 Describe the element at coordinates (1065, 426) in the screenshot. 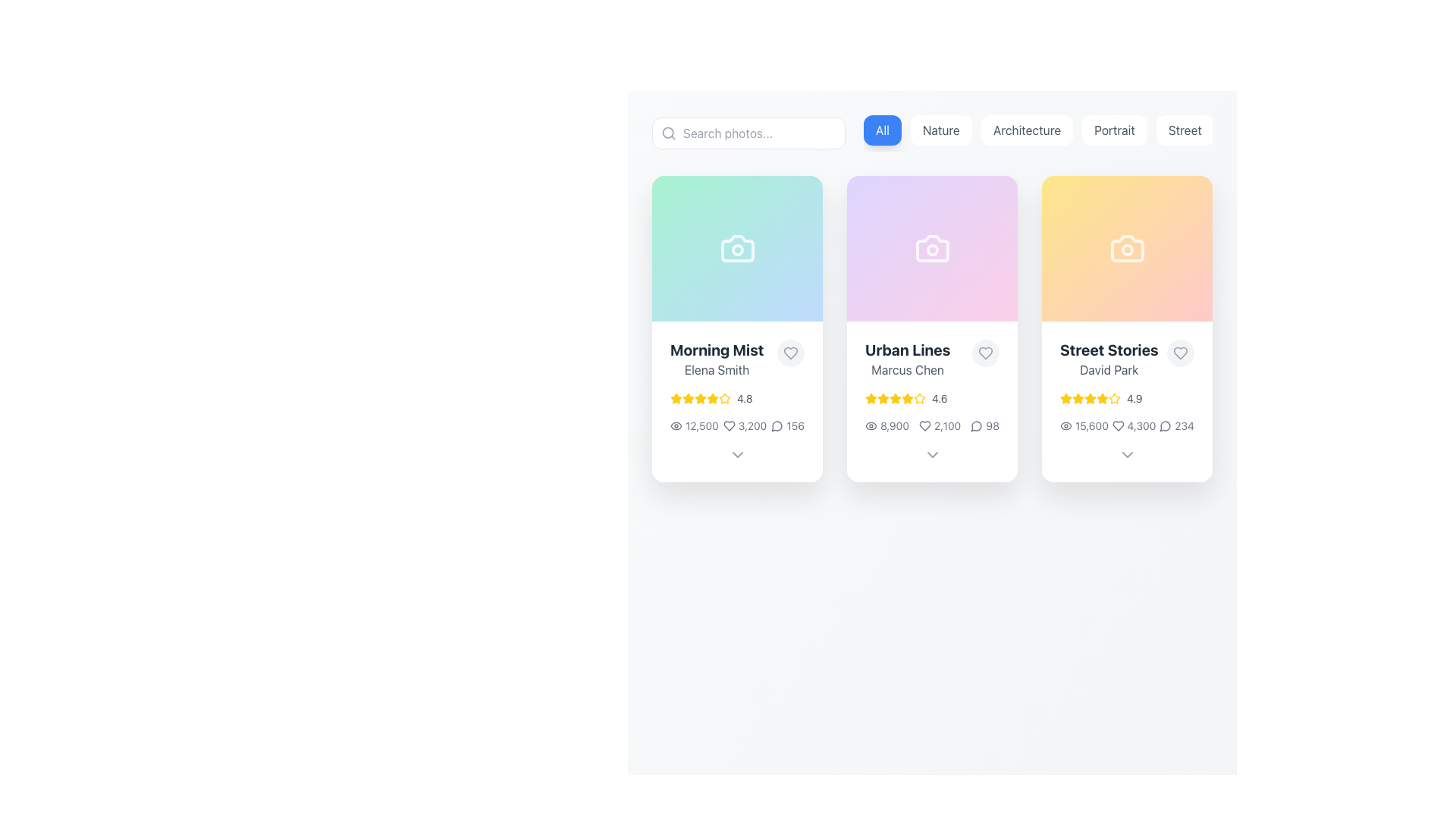

I see `the eye-shaped icon located to the left of the numerical text '15,600' in the footer section of the 'Street Stories' card` at that location.